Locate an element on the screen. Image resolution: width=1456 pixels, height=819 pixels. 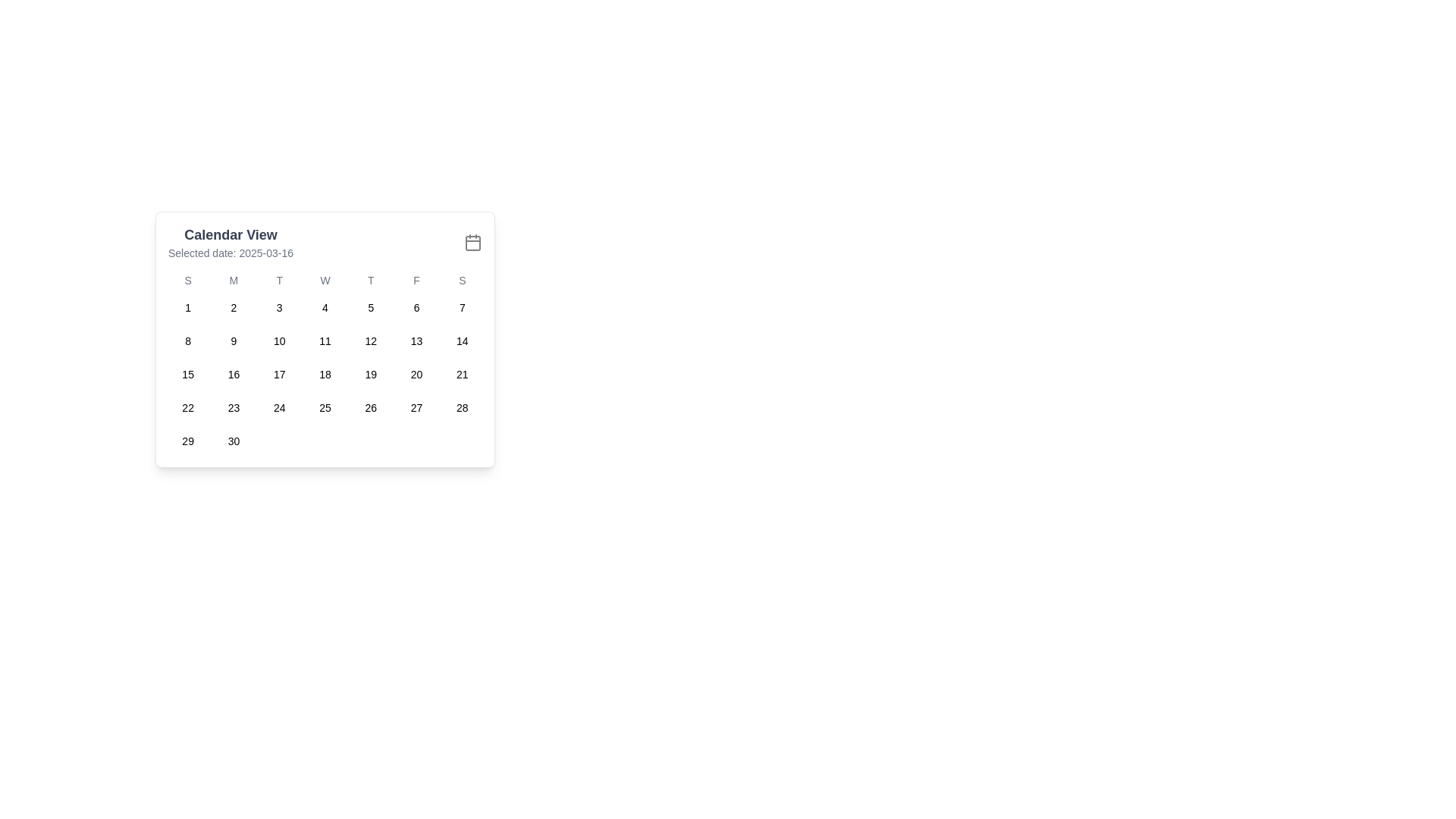
the Calendar Day Button representing the 17th day of the month is located at coordinates (279, 374).